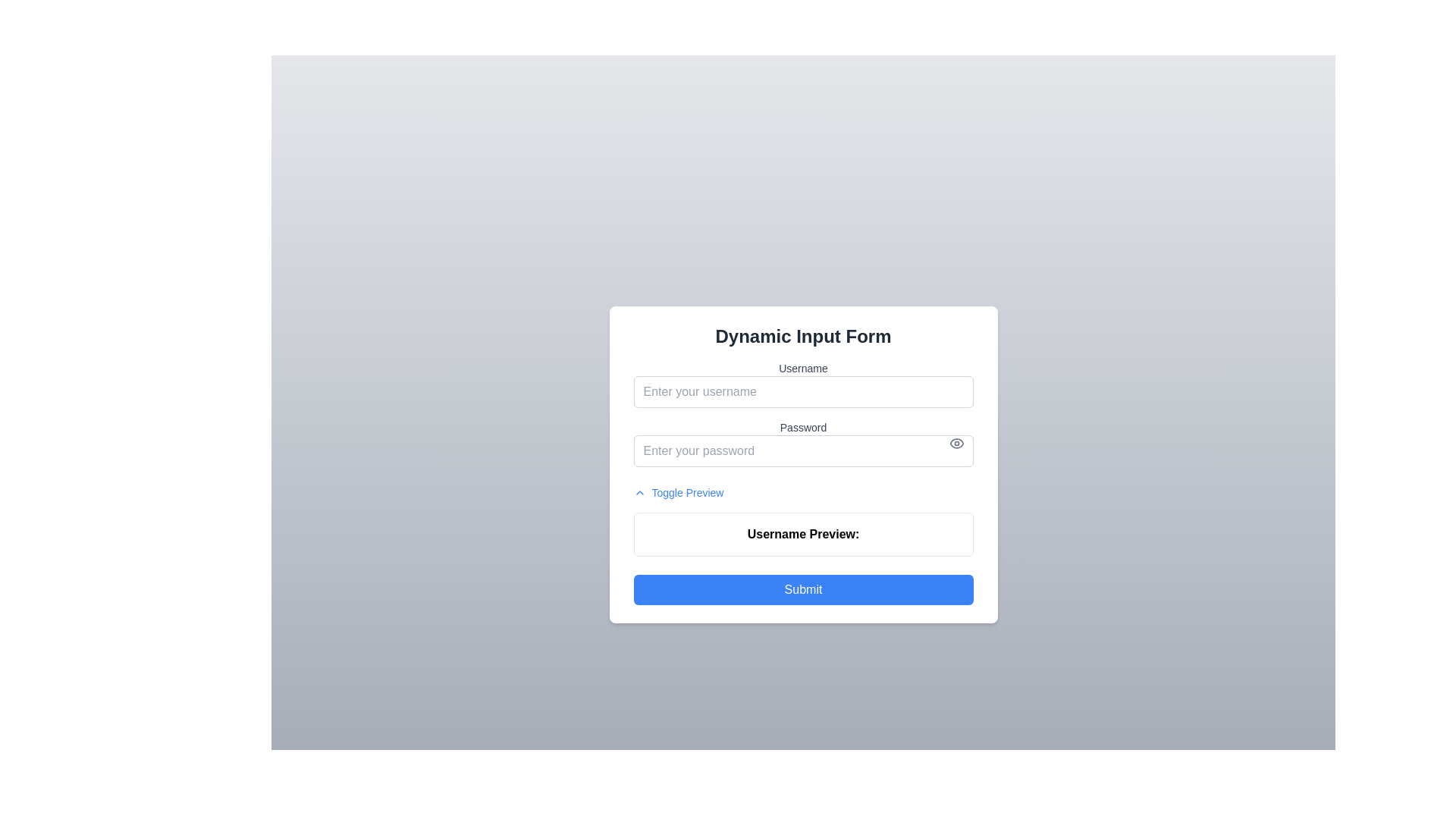 Image resolution: width=1456 pixels, height=819 pixels. I want to click on the 'Password' label, which is a small-sized, medium-weight, gray text label positioned above the password input field in the form layout, so click(802, 427).